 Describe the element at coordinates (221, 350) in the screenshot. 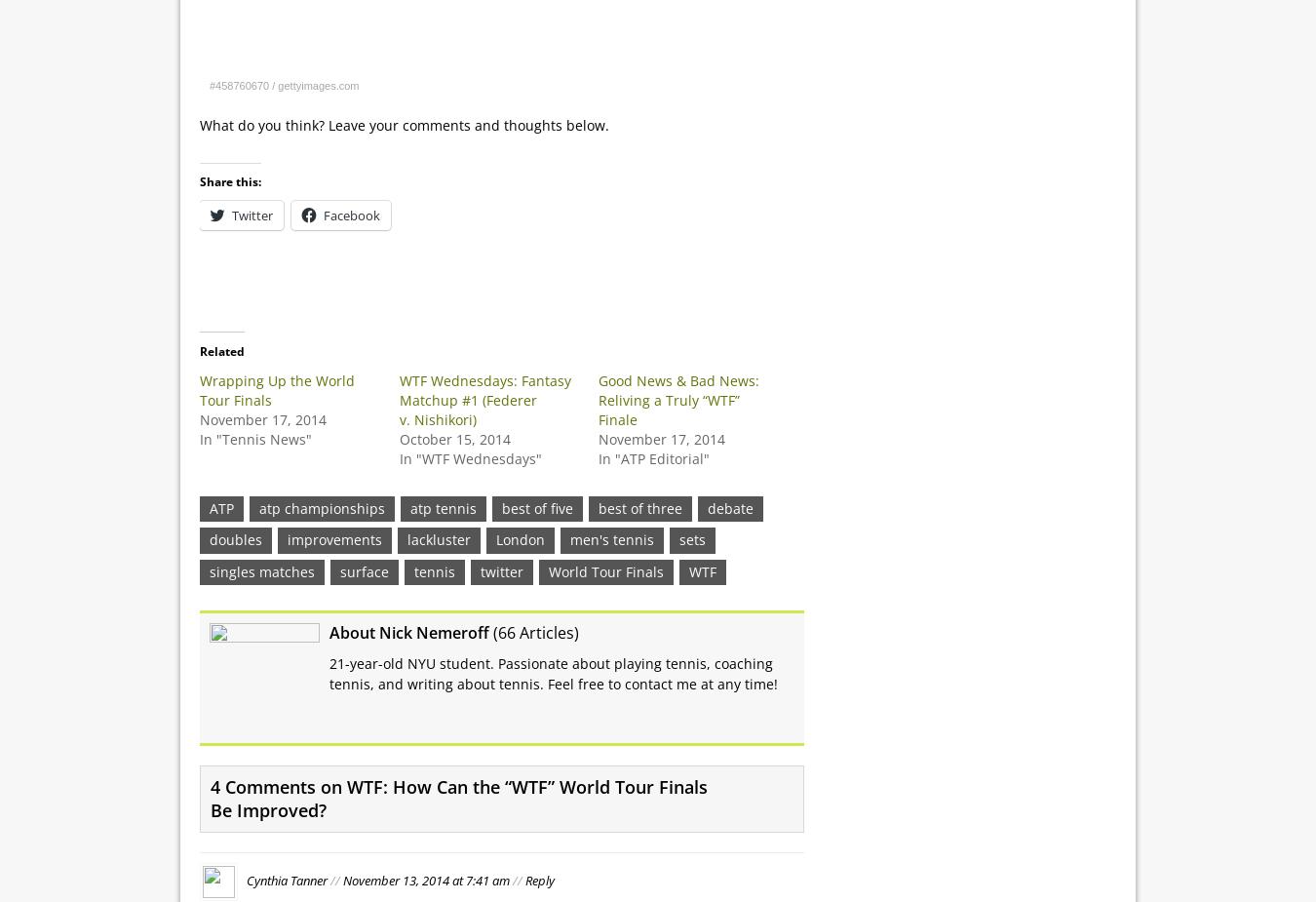

I see `'Related'` at that location.